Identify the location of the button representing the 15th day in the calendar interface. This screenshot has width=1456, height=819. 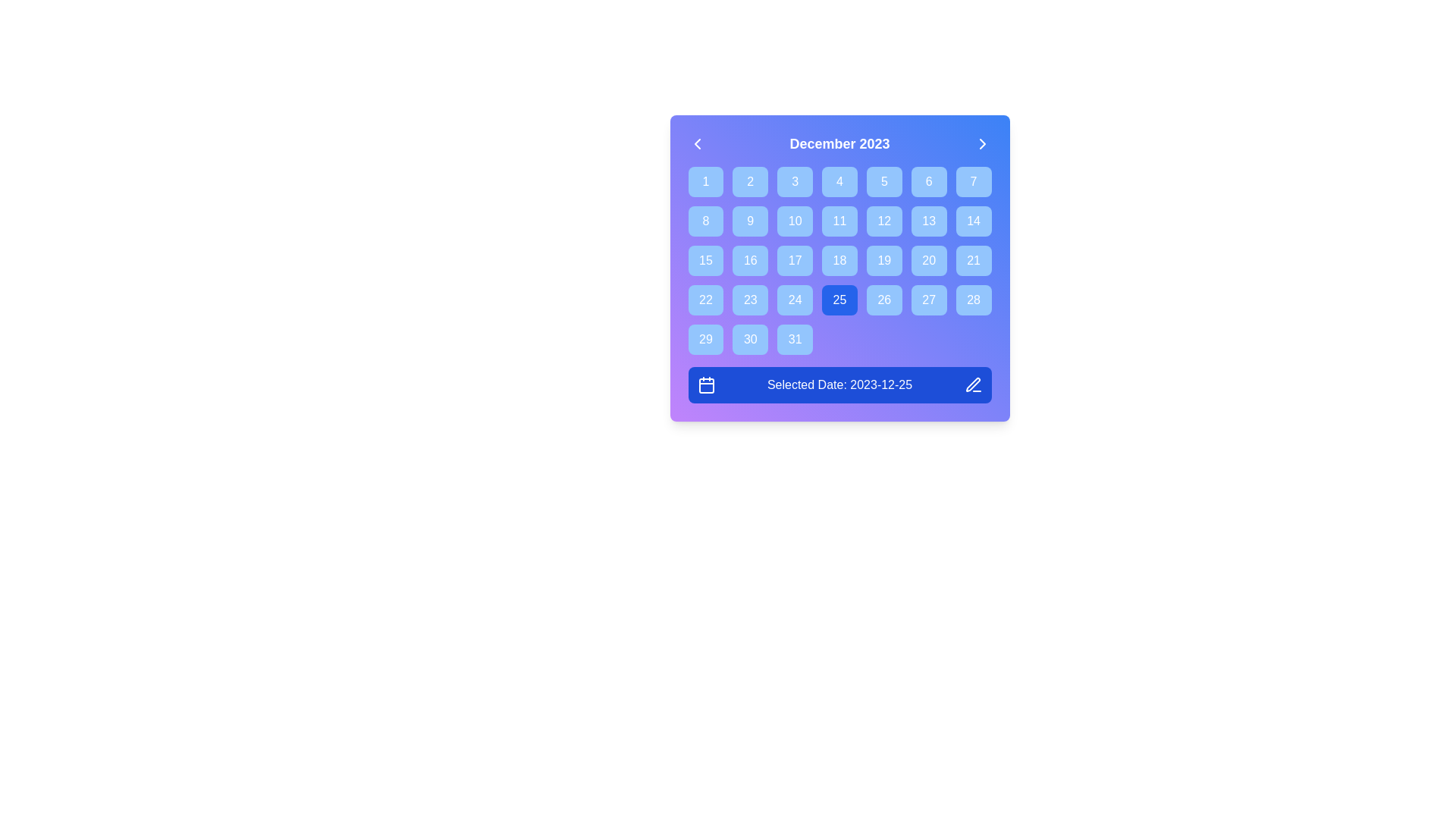
(705, 259).